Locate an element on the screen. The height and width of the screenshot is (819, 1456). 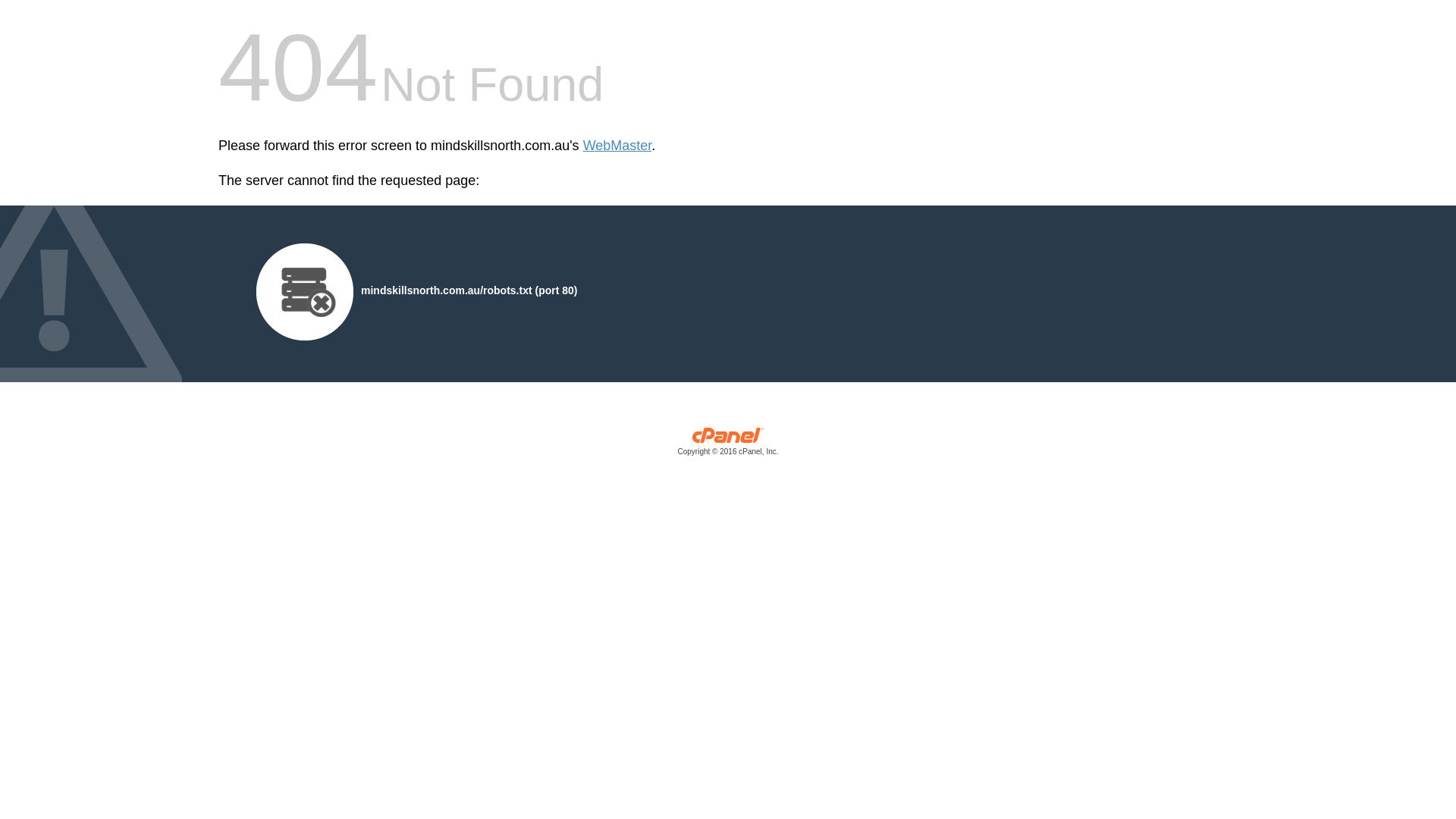
'WebMaster' is located at coordinates (617, 146).